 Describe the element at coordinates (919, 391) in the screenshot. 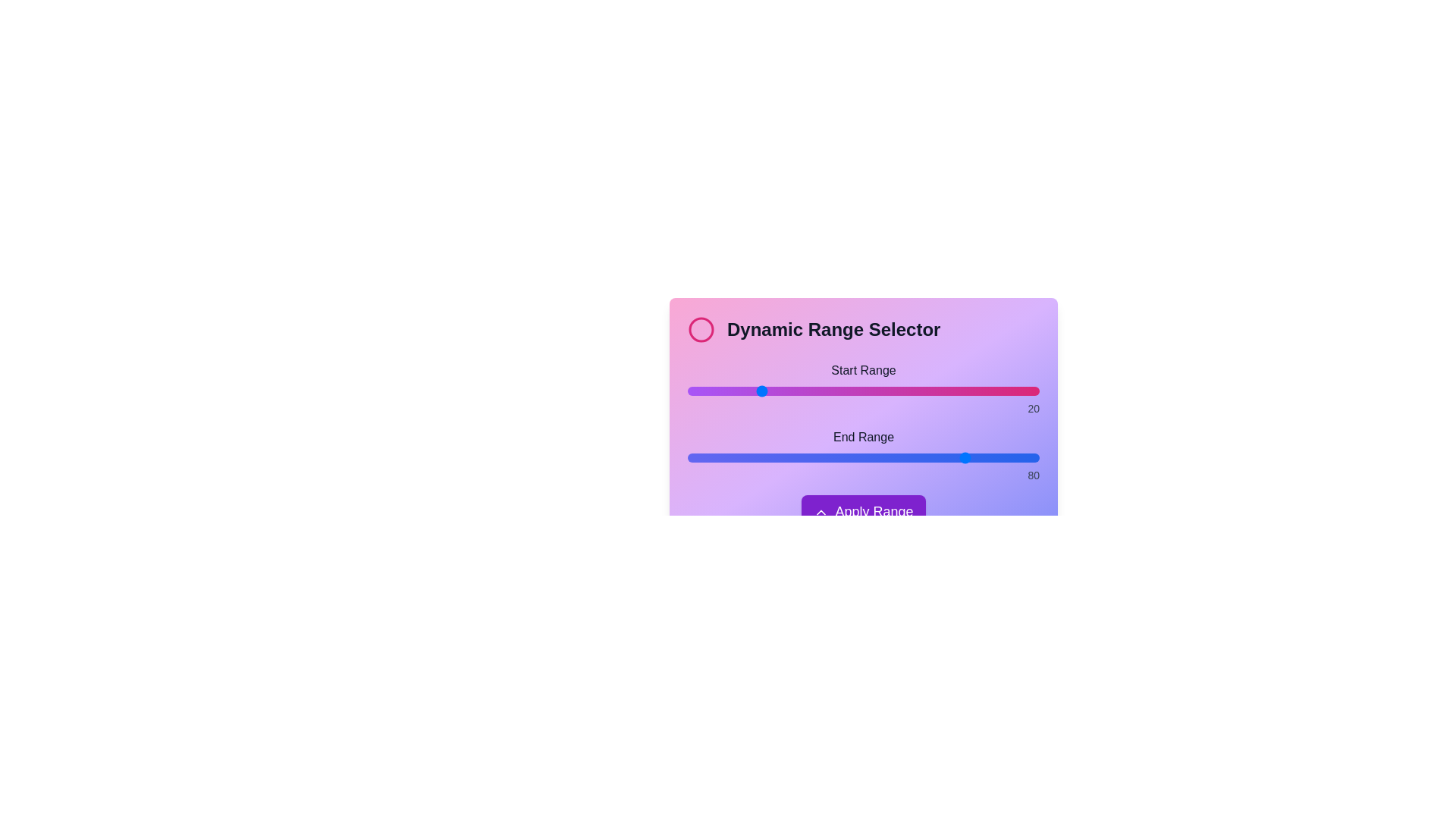

I see `the start range slider to 66 by dragging the slider to the desired position` at that location.